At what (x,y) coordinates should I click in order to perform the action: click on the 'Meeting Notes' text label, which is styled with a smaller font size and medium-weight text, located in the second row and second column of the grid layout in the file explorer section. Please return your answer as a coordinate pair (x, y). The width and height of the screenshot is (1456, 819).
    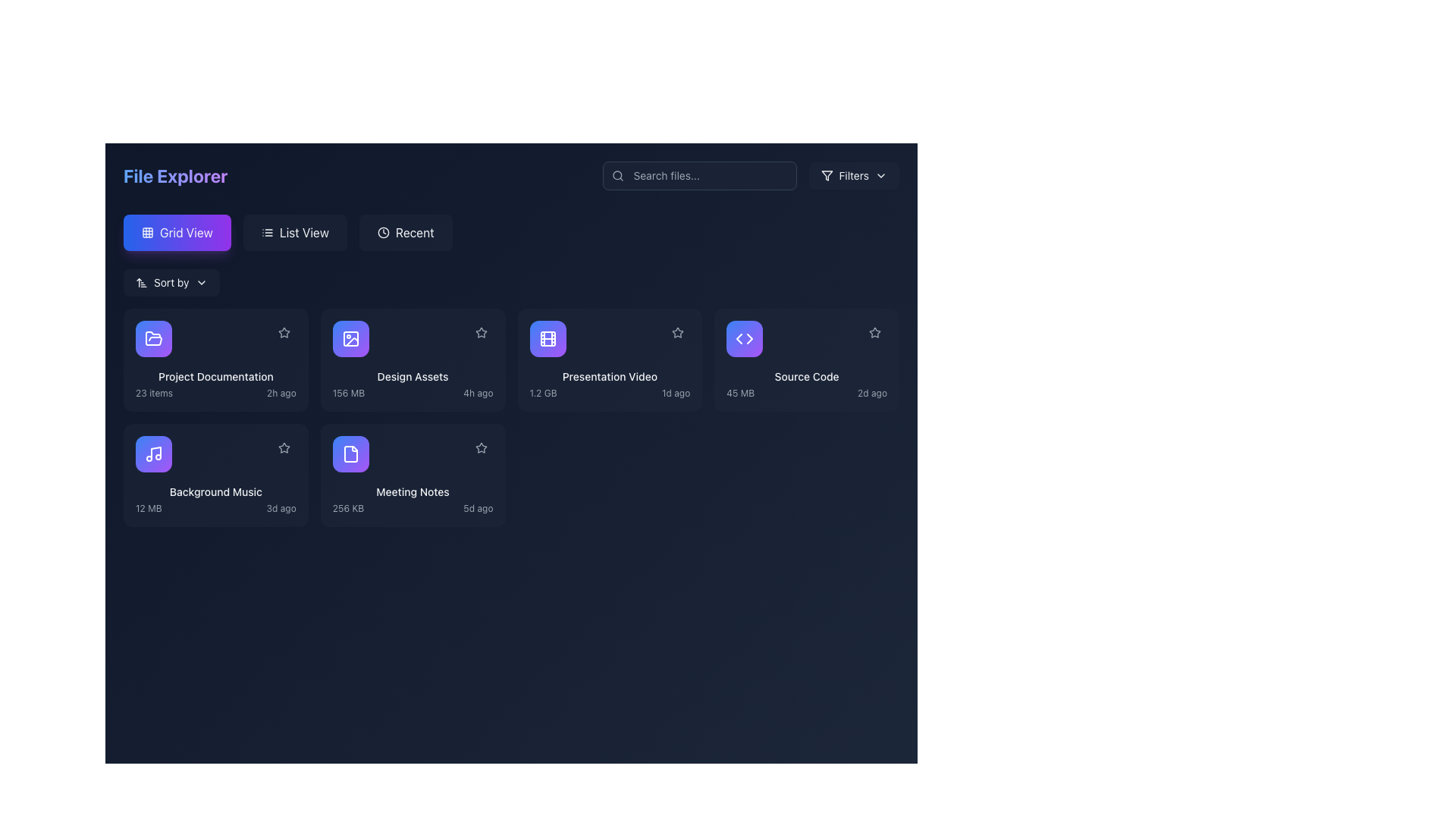
    Looking at the image, I should click on (413, 491).